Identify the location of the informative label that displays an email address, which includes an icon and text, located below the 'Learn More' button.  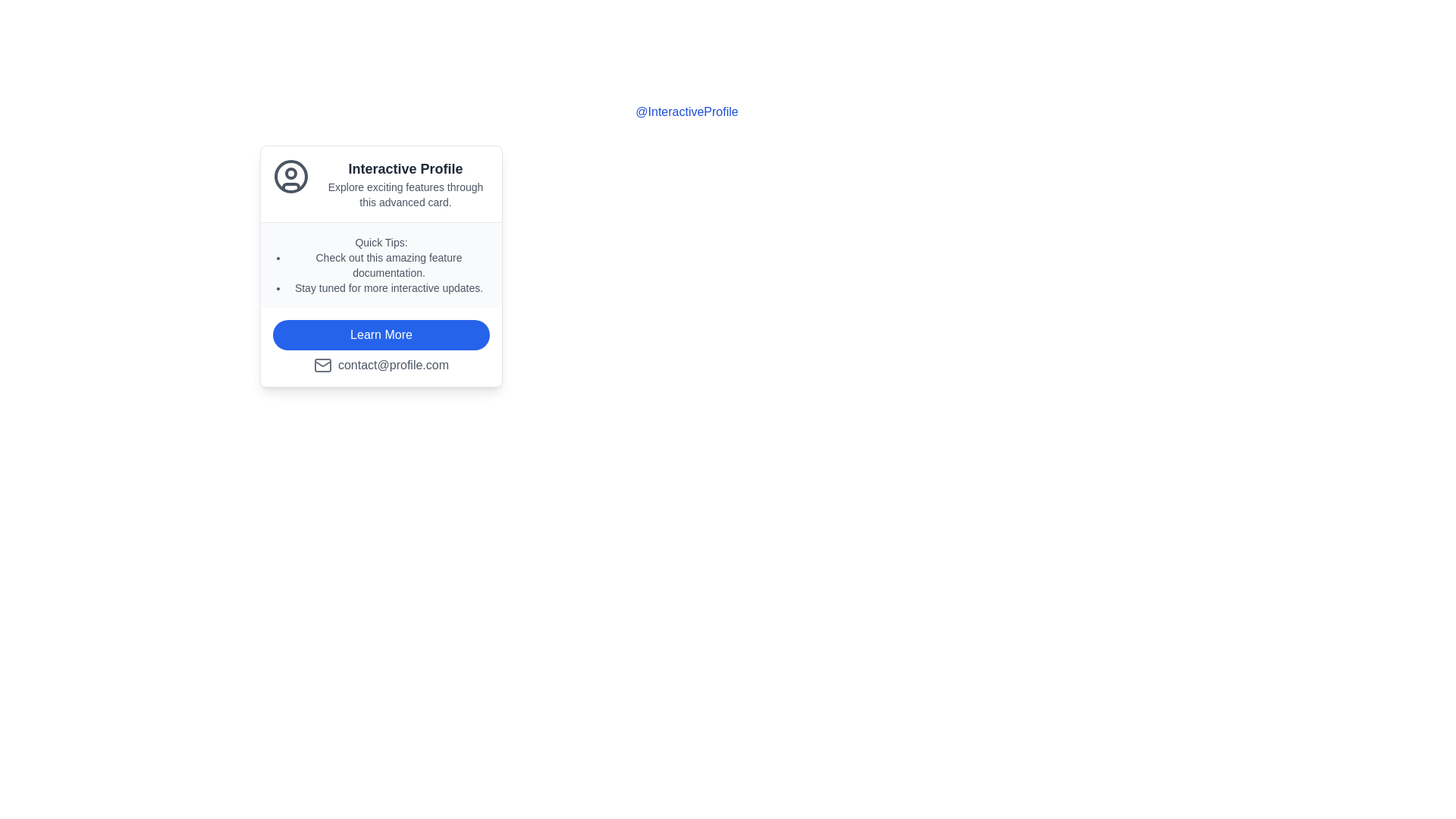
(381, 366).